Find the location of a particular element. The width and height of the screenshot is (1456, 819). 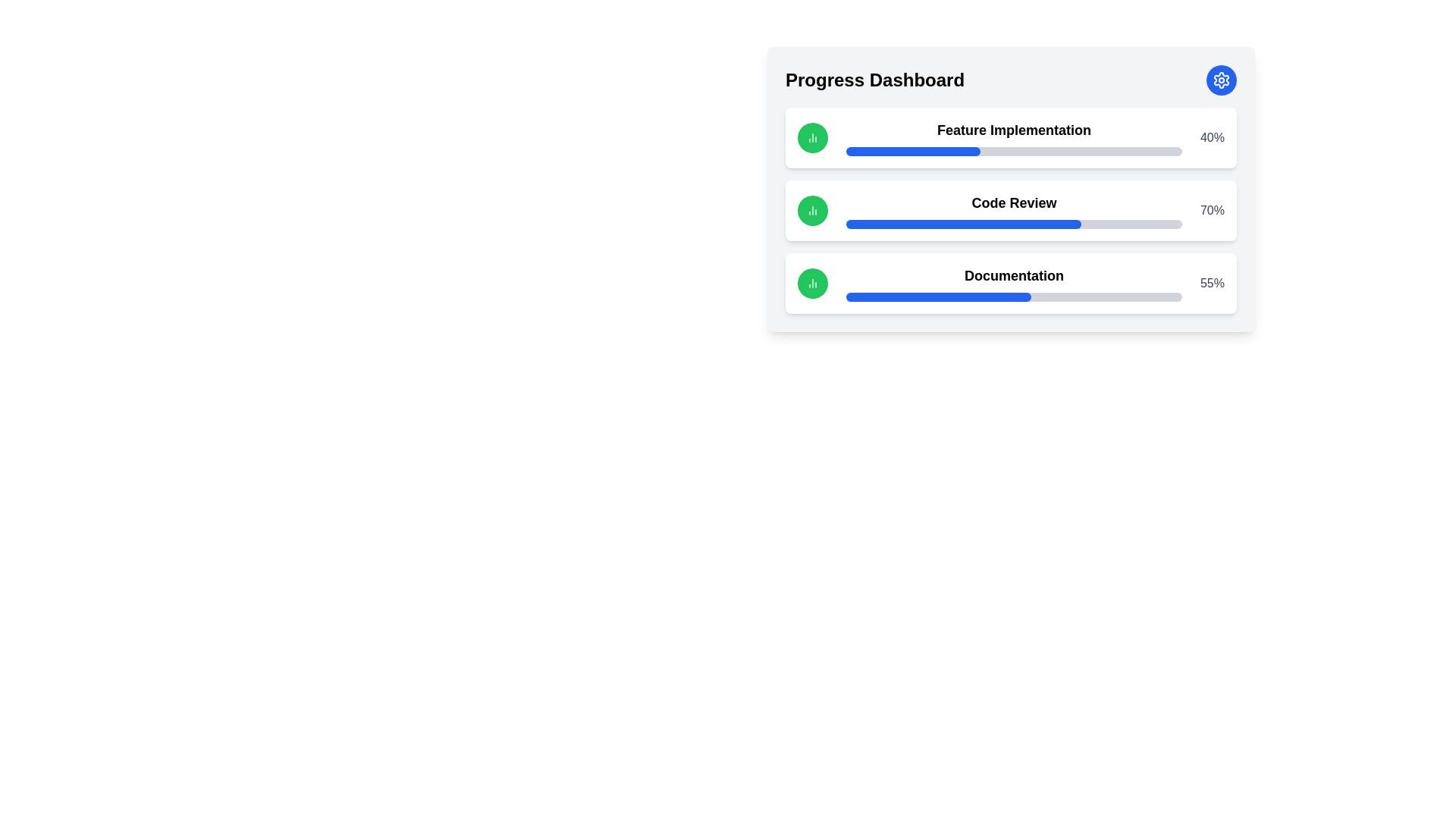

text label displaying '70%' aligned to the right side of the 'Code Review' progress bar is located at coordinates (1211, 210).